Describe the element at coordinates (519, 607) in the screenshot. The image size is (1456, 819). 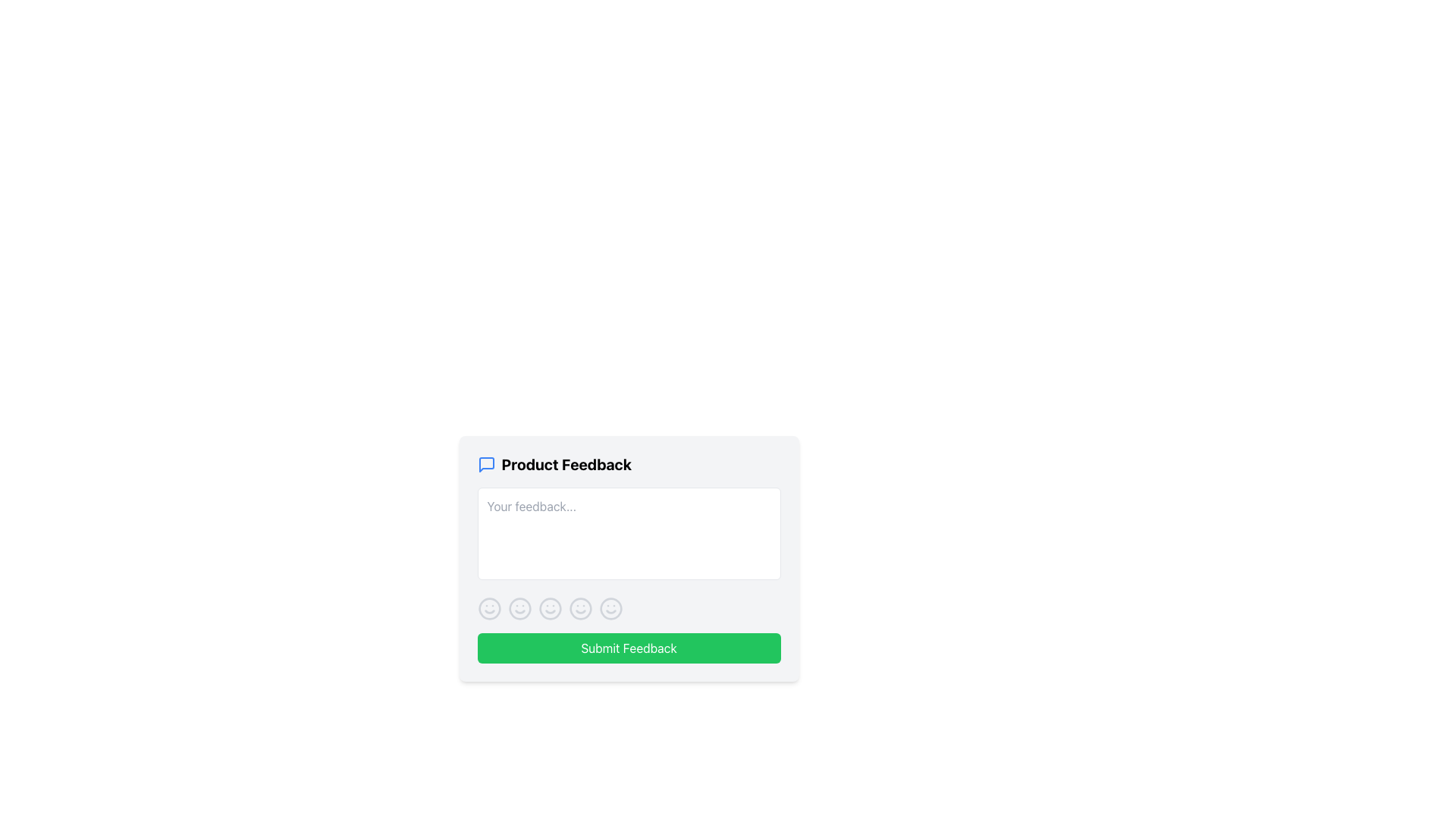
I see `the circular graphical element that represents the head of the smiling face within the SVG illustration` at that location.